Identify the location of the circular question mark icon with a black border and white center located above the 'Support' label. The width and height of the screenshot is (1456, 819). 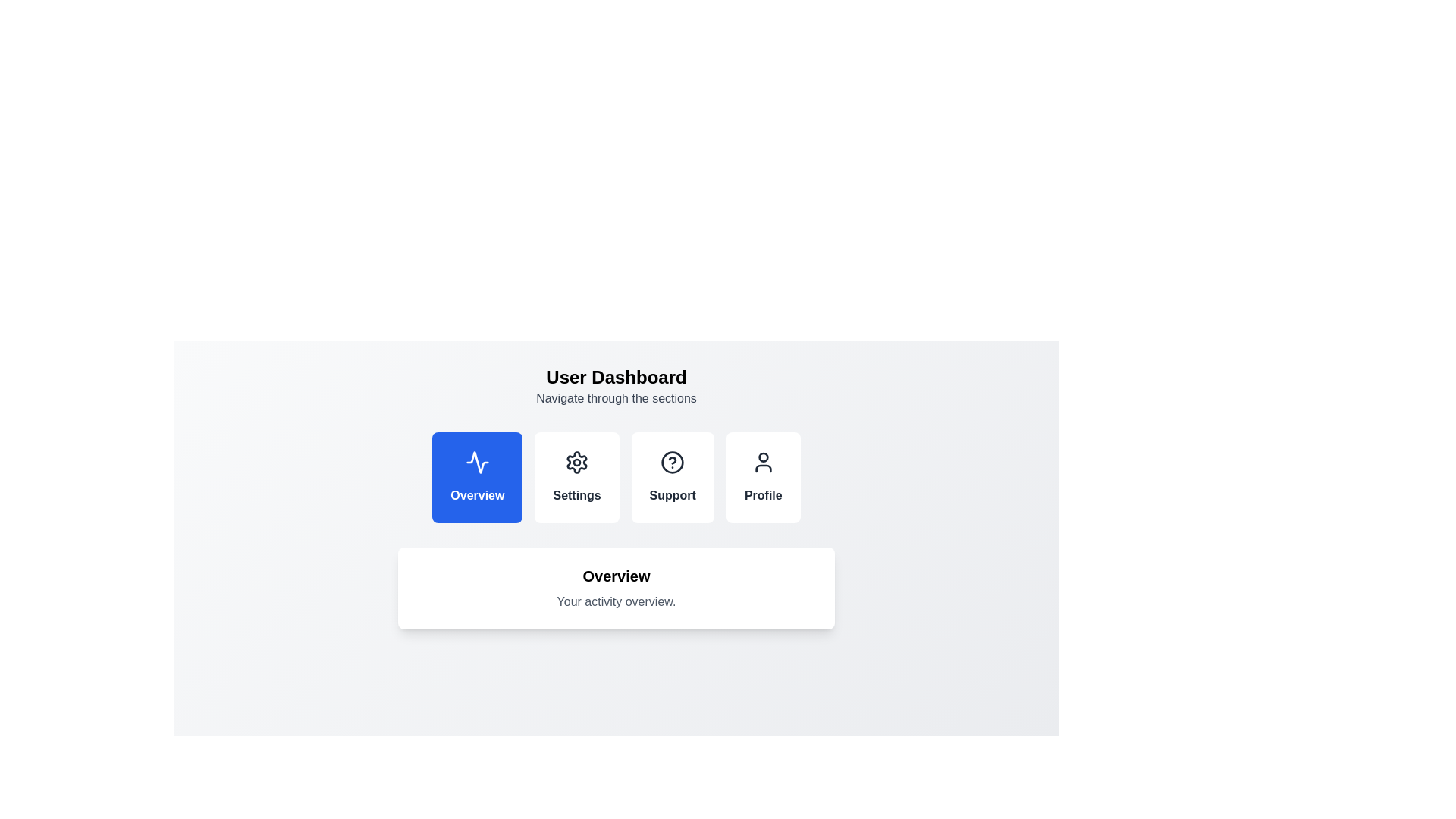
(672, 461).